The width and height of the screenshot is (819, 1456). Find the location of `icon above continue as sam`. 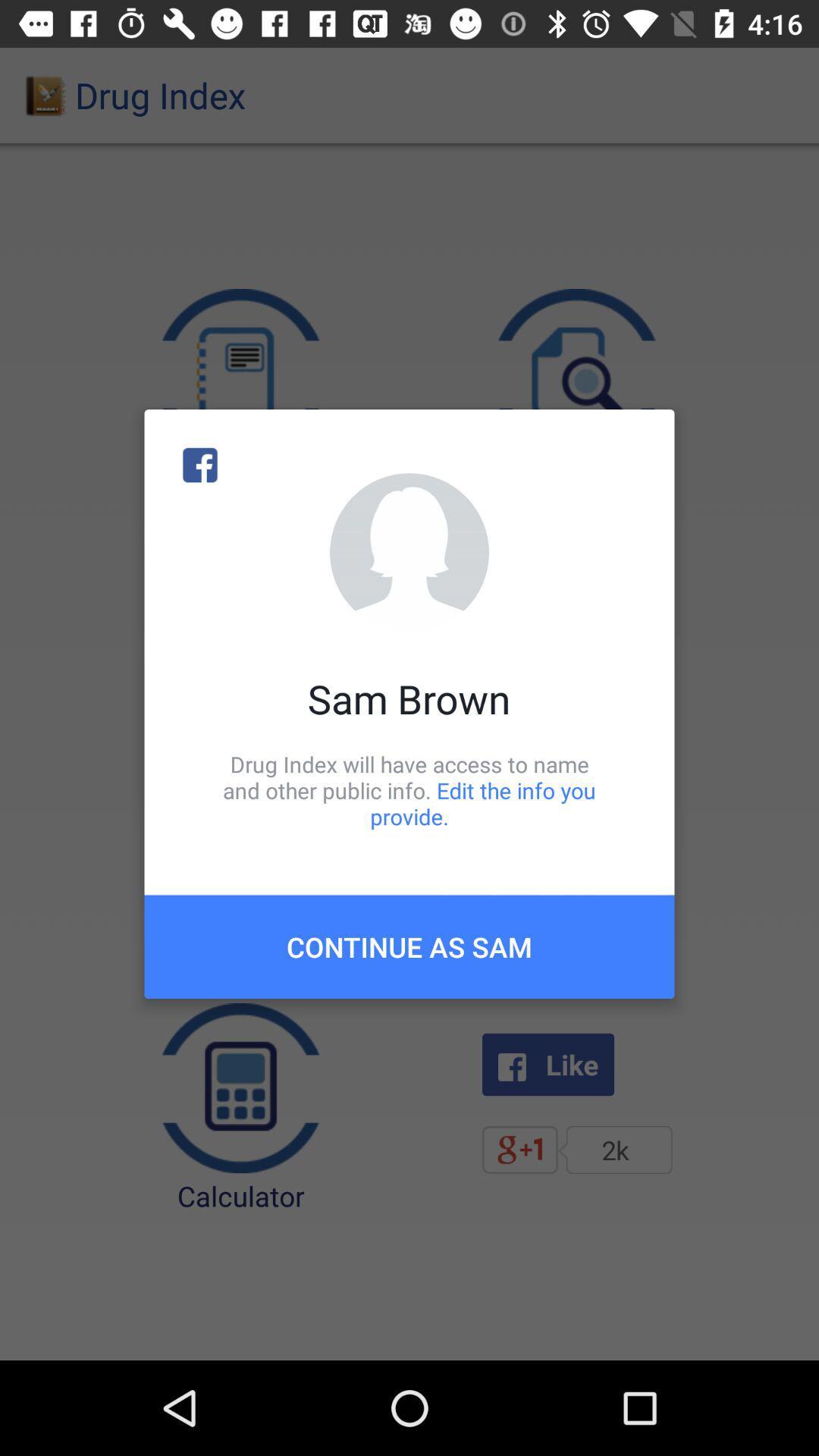

icon above continue as sam is located at coordinates (409, 789).